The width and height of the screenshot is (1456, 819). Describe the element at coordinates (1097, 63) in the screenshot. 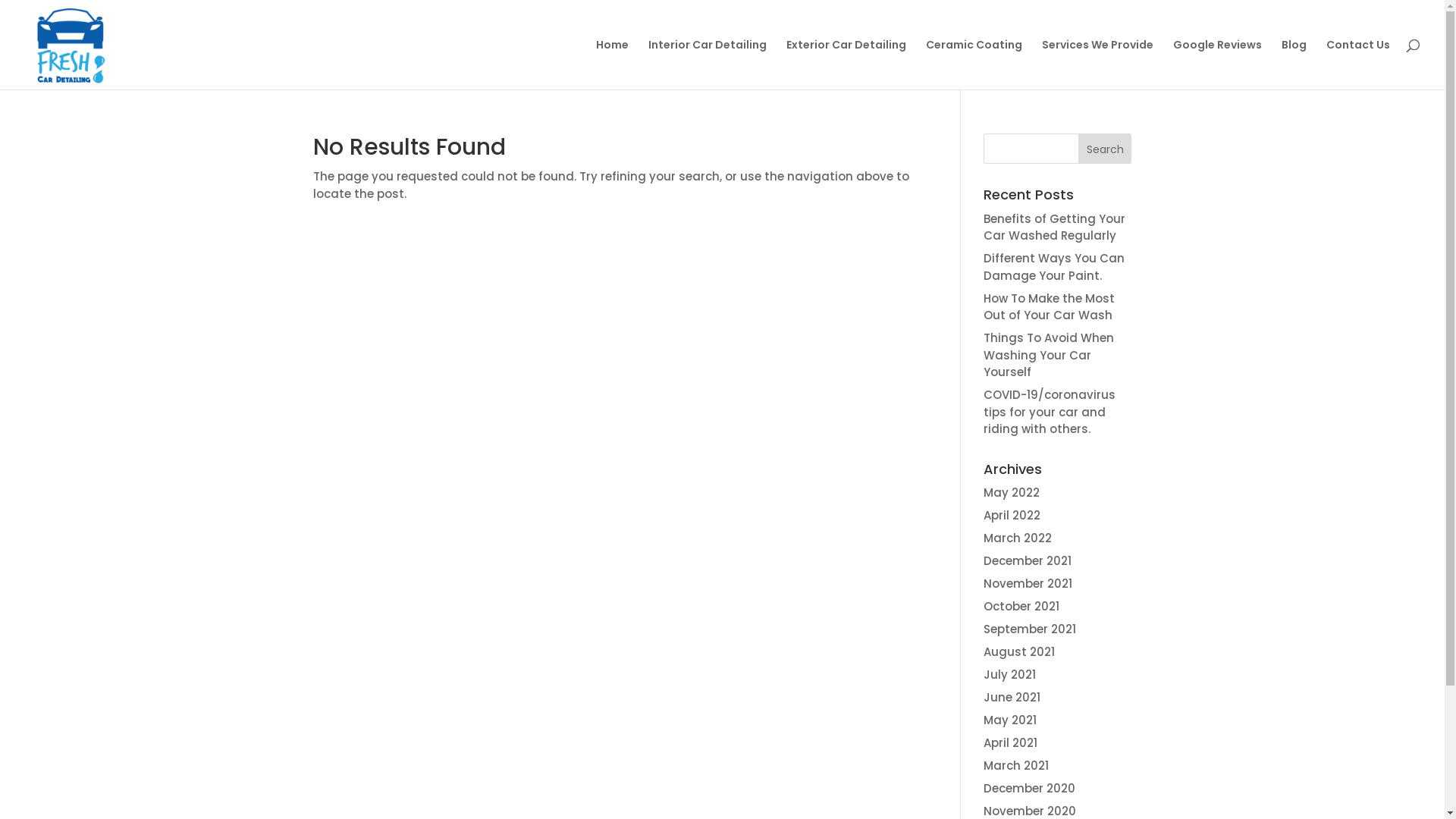

I see `'Services We Provide'` at that location.